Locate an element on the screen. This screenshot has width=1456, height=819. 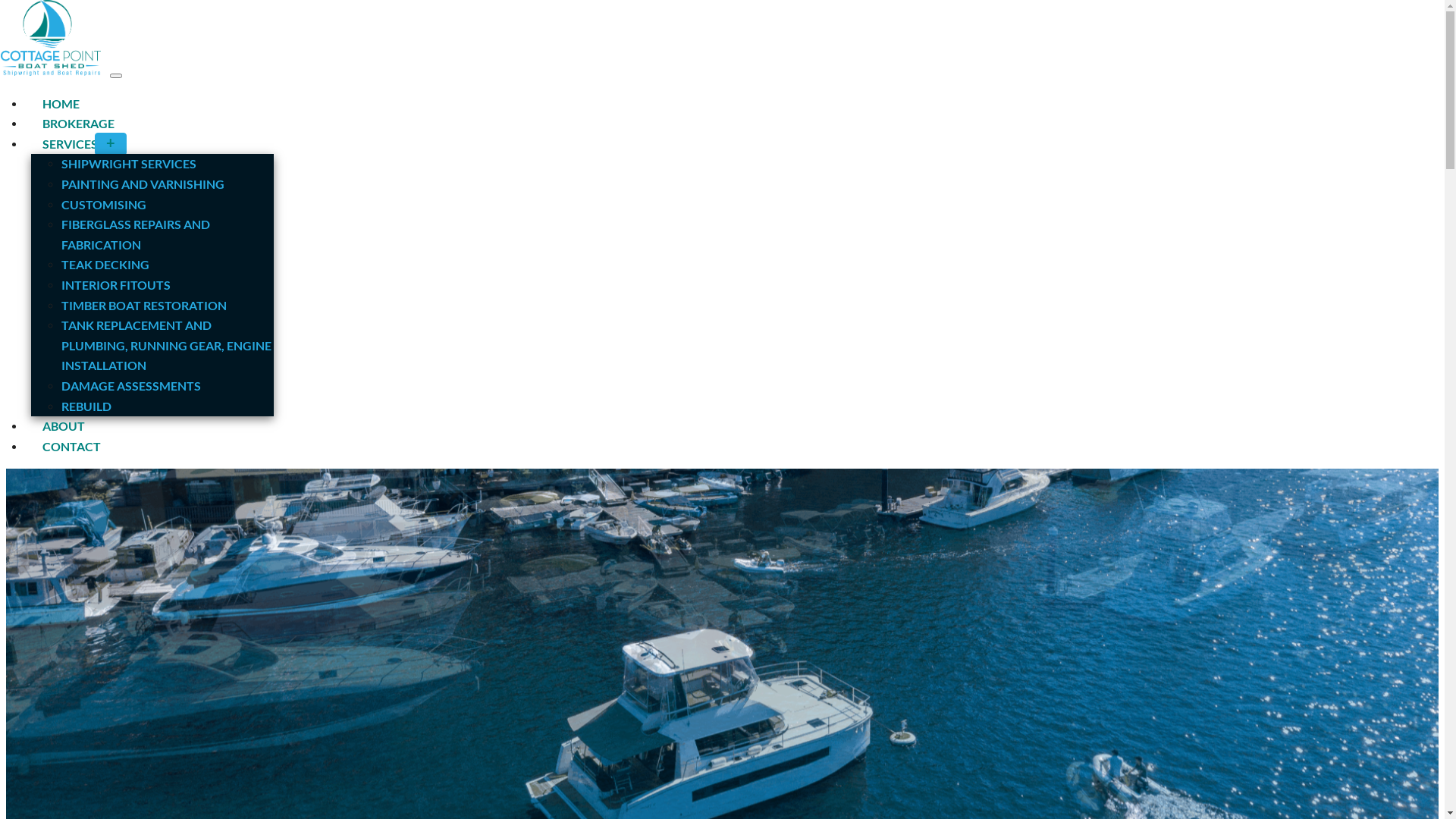
'ABOUT' is located at coordinates (62, 425).